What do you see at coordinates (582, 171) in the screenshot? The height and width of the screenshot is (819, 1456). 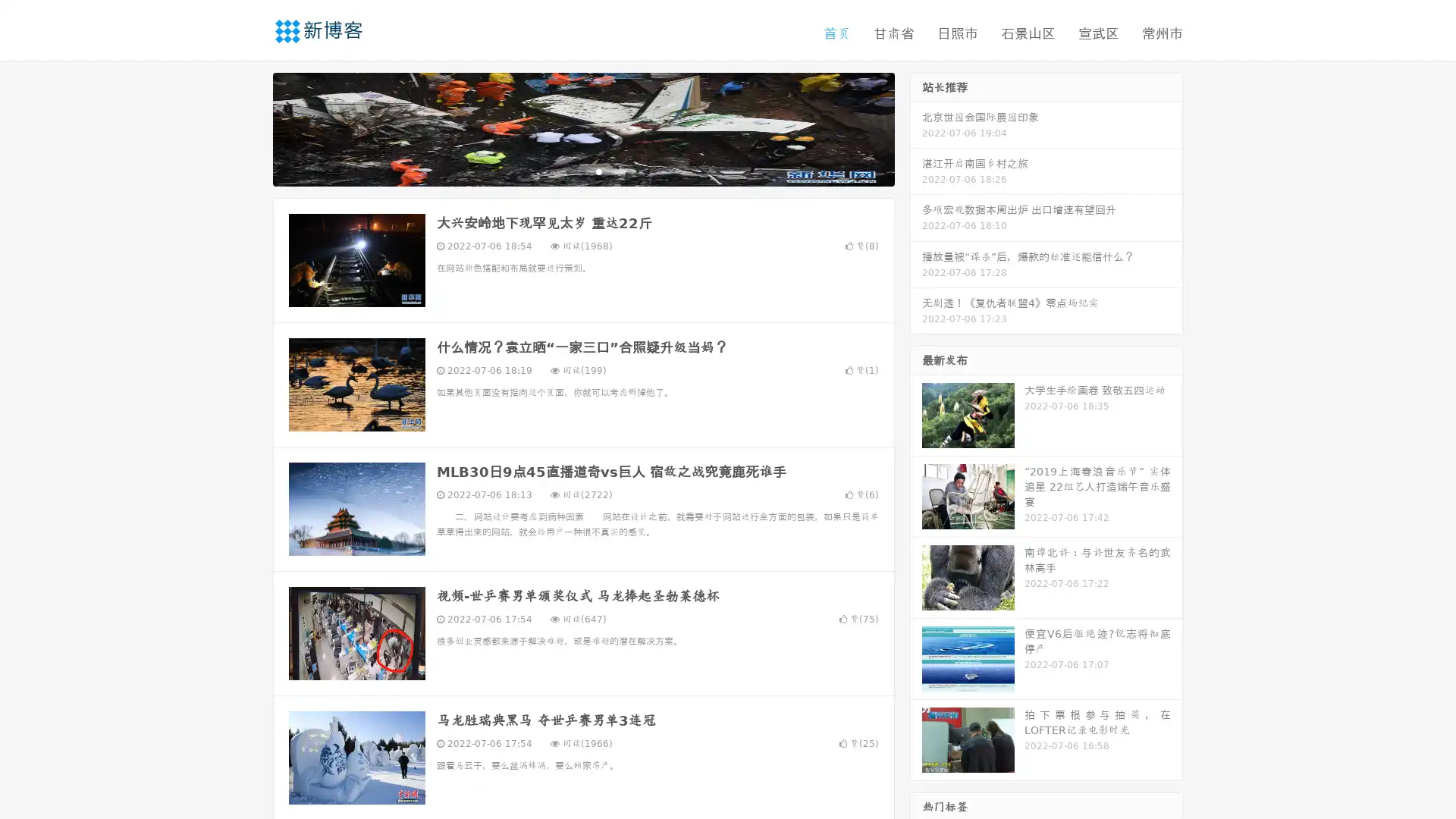 I see `Go to slide 2` at bounding box center [582, 171].